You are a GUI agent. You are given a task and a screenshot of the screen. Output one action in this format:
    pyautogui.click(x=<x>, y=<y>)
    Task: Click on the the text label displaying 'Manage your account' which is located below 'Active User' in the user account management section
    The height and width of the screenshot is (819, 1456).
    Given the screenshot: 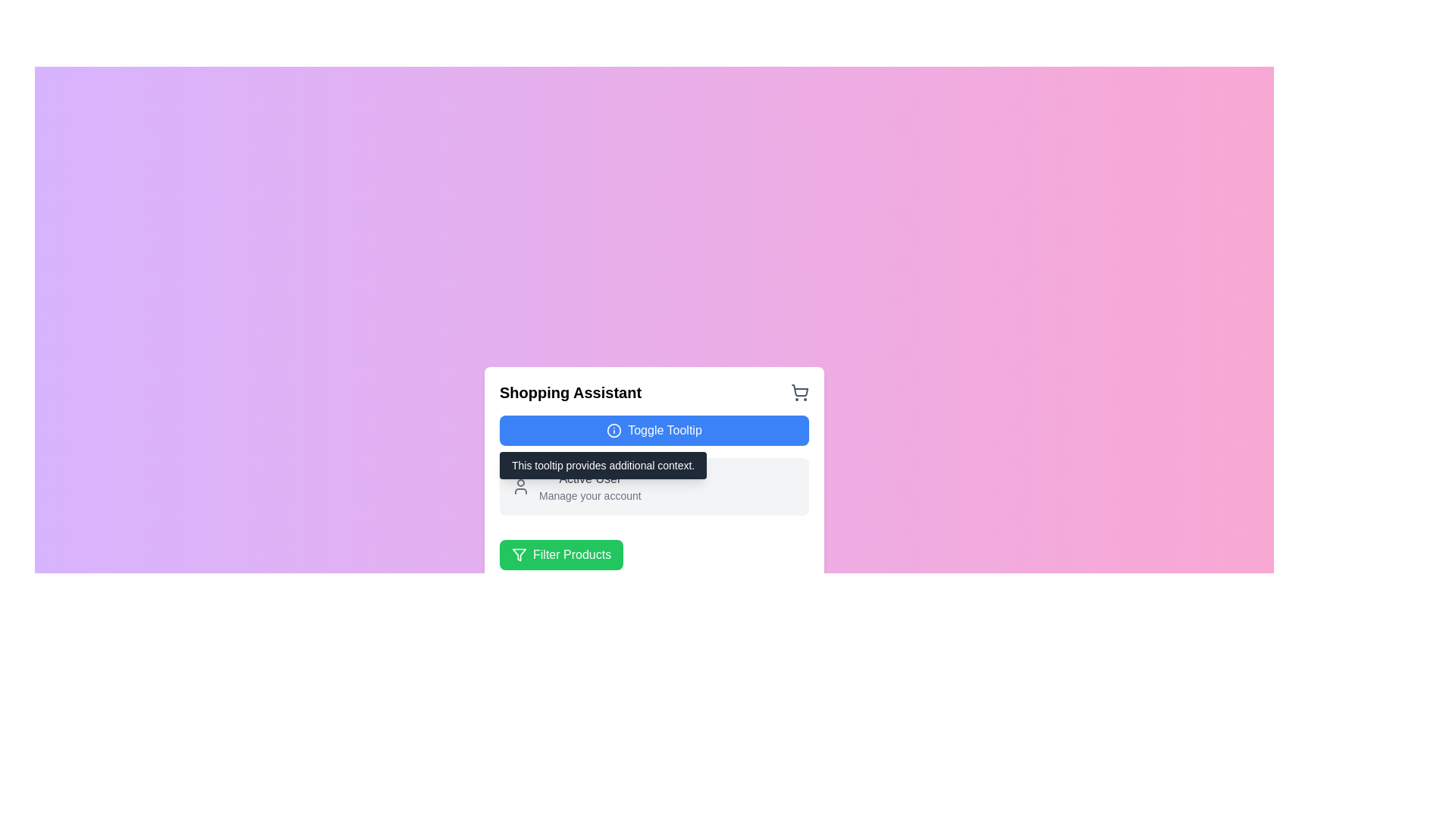 What is the action you would take?
    pyautogui.click(x=589, y=496)
    